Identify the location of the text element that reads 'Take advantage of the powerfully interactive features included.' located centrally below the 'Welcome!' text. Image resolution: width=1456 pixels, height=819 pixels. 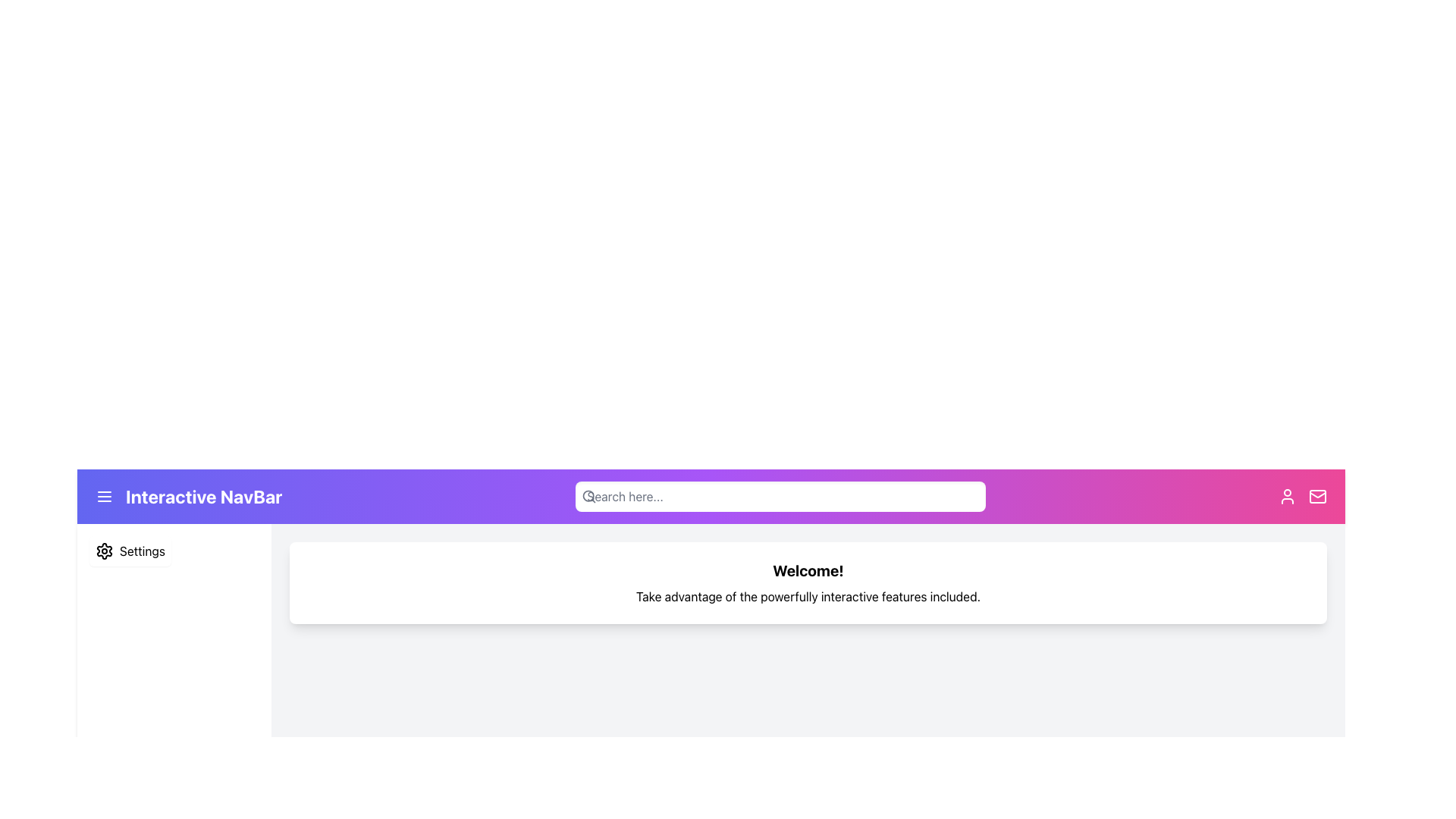
(807, 595).